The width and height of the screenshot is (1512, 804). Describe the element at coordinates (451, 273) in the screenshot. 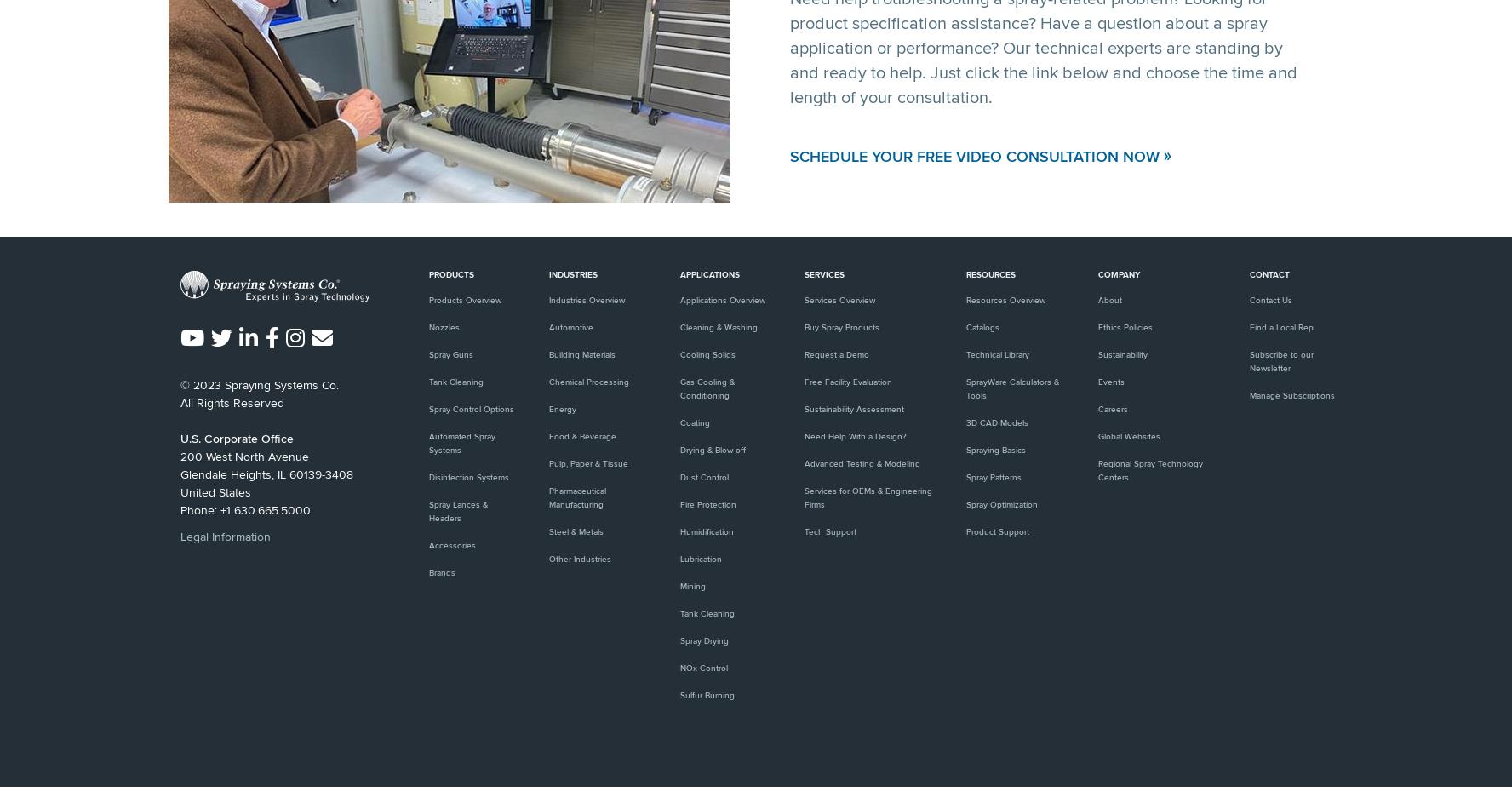

I see `'Products'` at that location.